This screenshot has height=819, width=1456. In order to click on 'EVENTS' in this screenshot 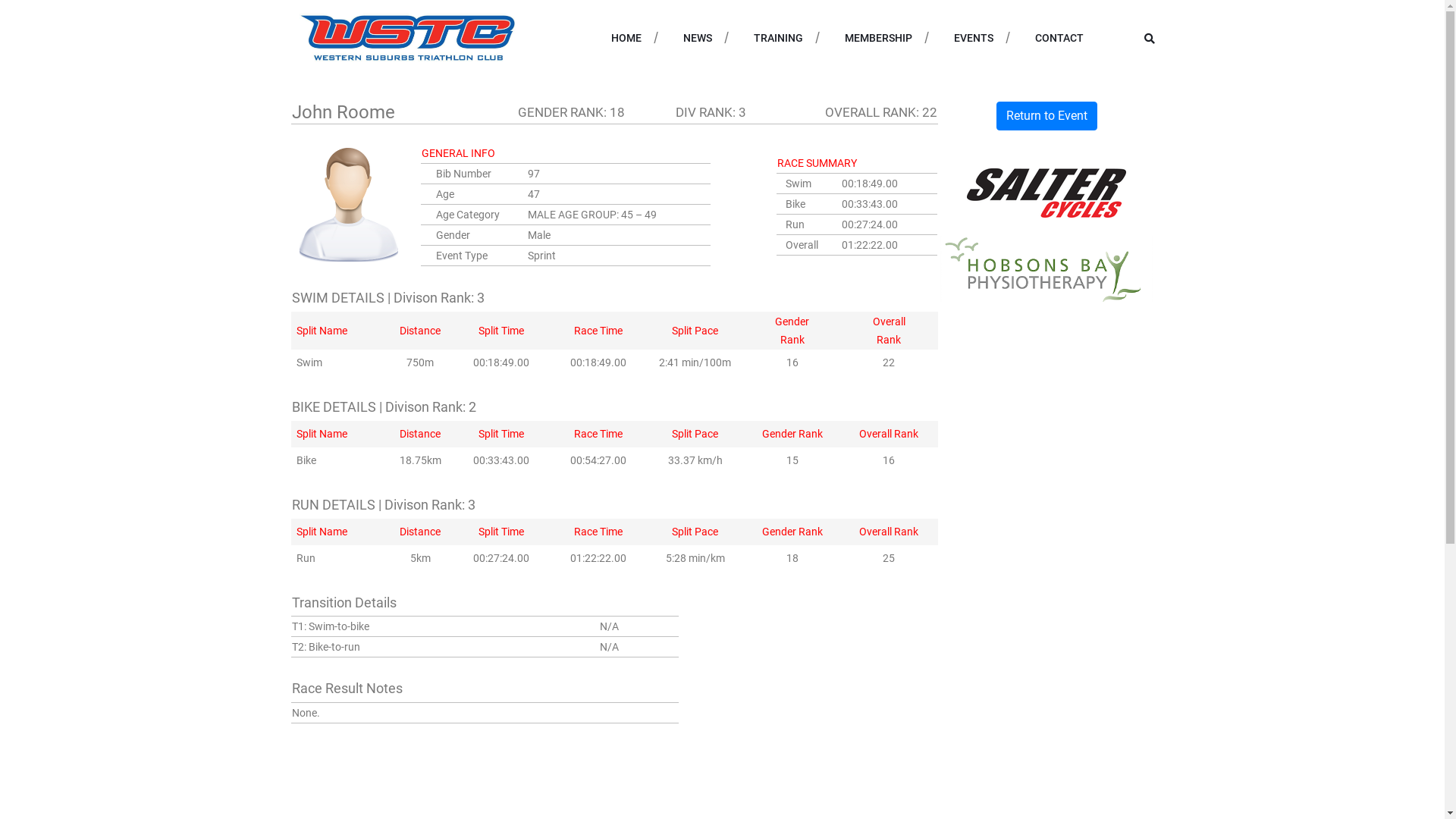, I will do `click(973, 37)`.